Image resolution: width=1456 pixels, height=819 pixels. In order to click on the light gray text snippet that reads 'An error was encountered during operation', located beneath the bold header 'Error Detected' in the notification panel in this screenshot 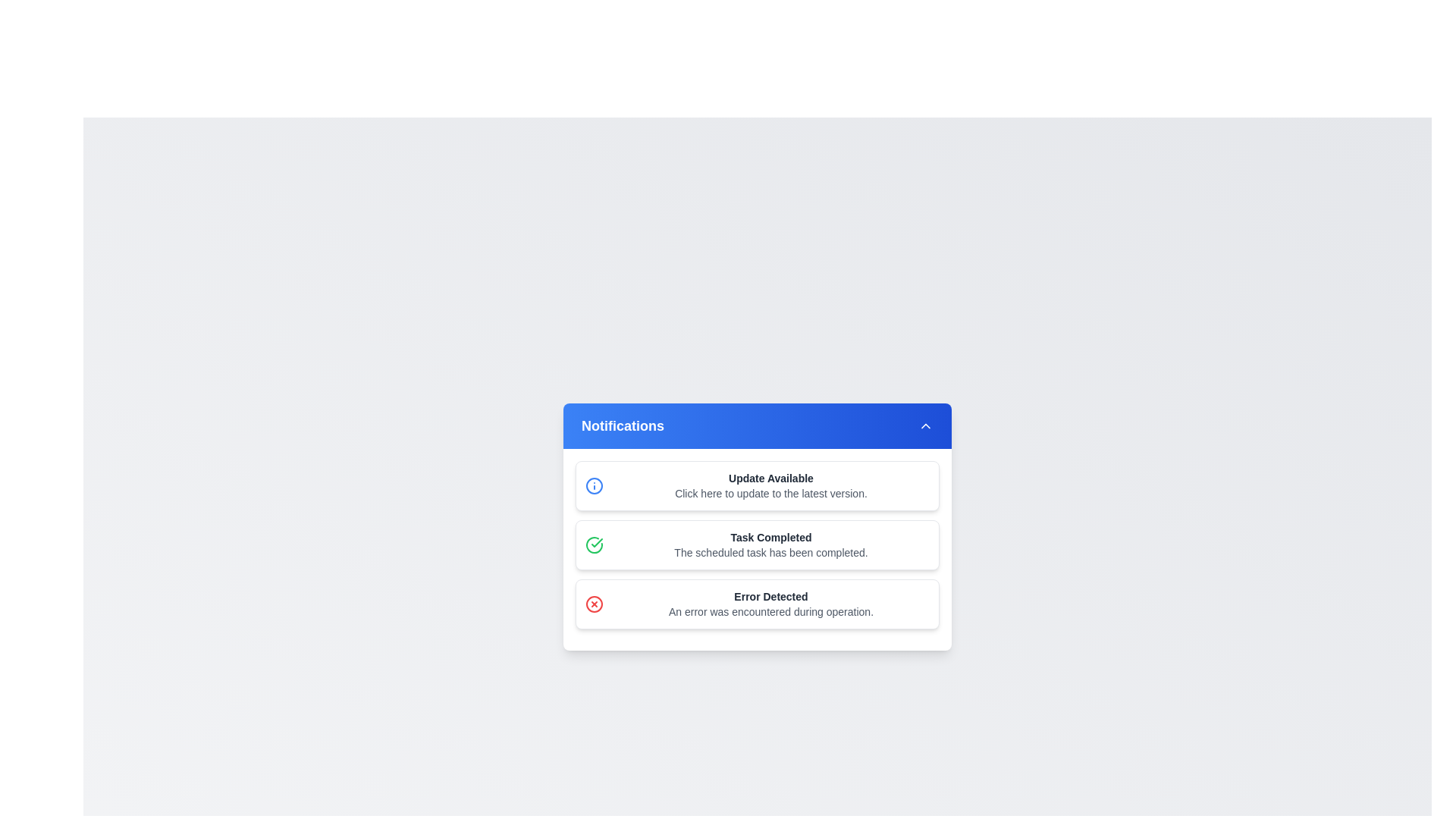, I will do `click(771, 610)`.